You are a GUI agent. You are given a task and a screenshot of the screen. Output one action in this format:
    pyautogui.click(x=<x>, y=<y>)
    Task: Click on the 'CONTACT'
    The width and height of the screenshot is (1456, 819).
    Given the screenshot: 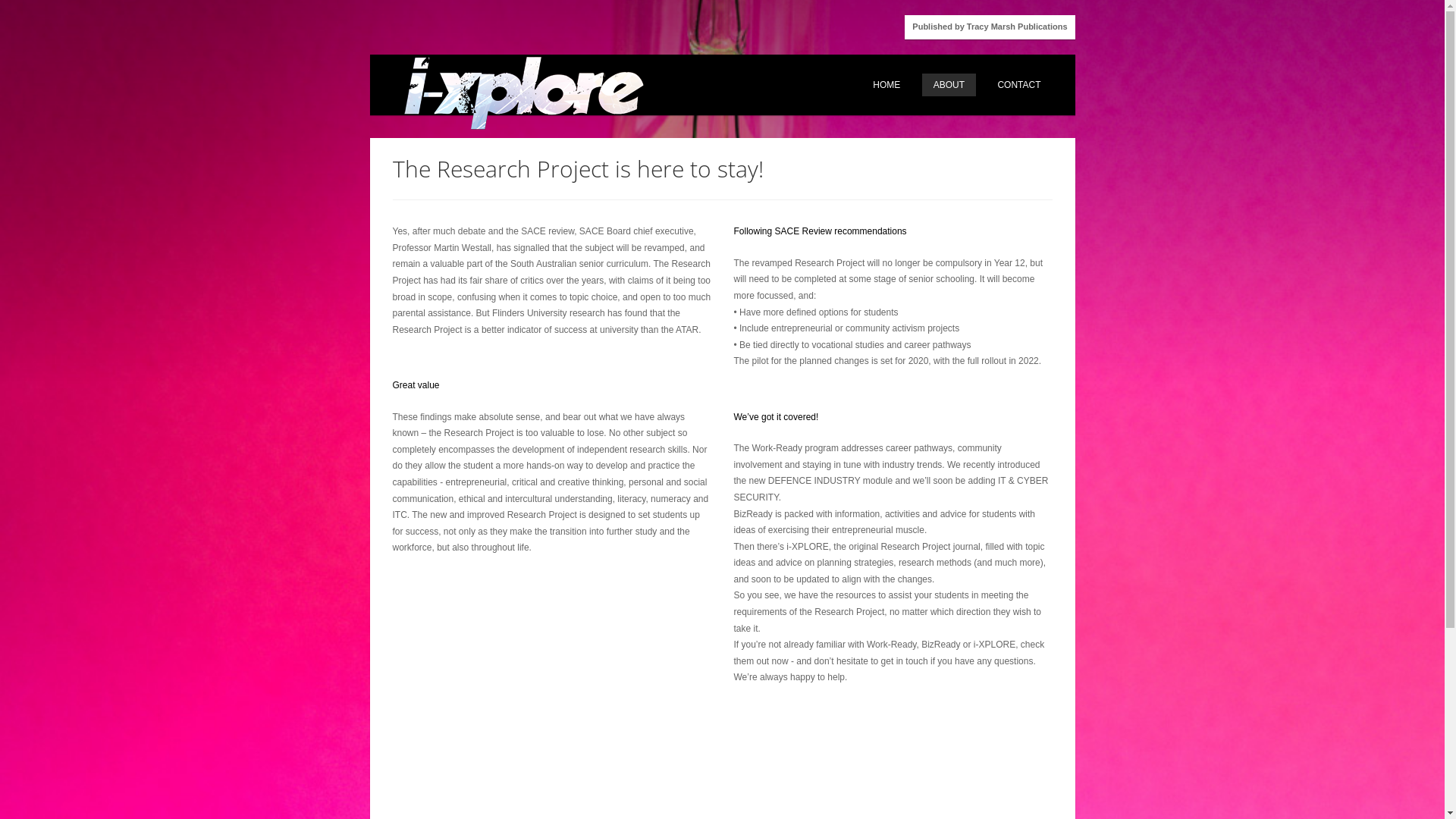 What is the action you would take?
    pyautogui.click(x=1018, y=84)
    